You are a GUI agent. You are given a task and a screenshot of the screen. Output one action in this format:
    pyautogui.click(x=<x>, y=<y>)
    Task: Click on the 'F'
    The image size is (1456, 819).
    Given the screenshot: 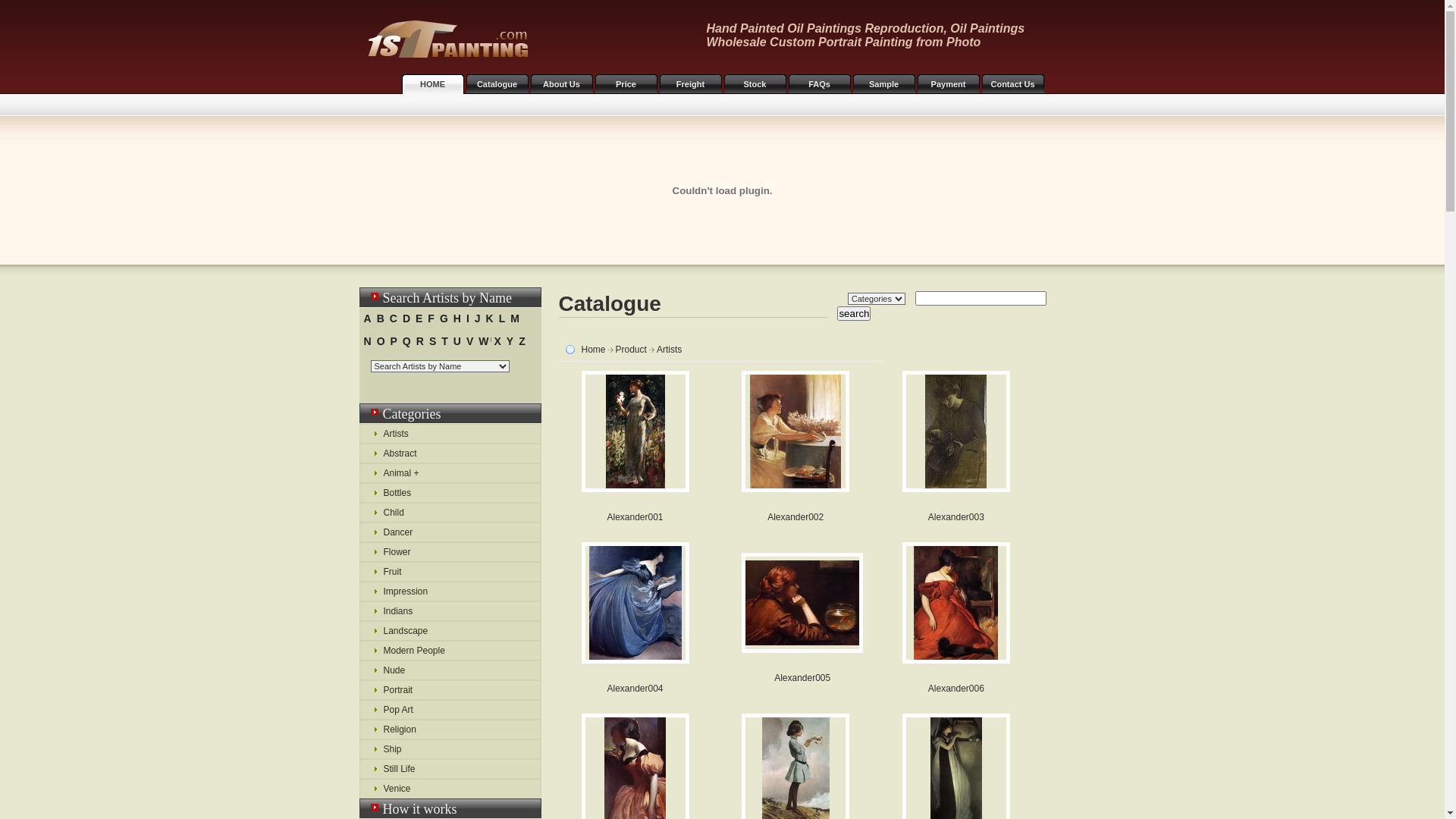 What is the action you would take?
    pyautogui.click(x=430, y=318)
    